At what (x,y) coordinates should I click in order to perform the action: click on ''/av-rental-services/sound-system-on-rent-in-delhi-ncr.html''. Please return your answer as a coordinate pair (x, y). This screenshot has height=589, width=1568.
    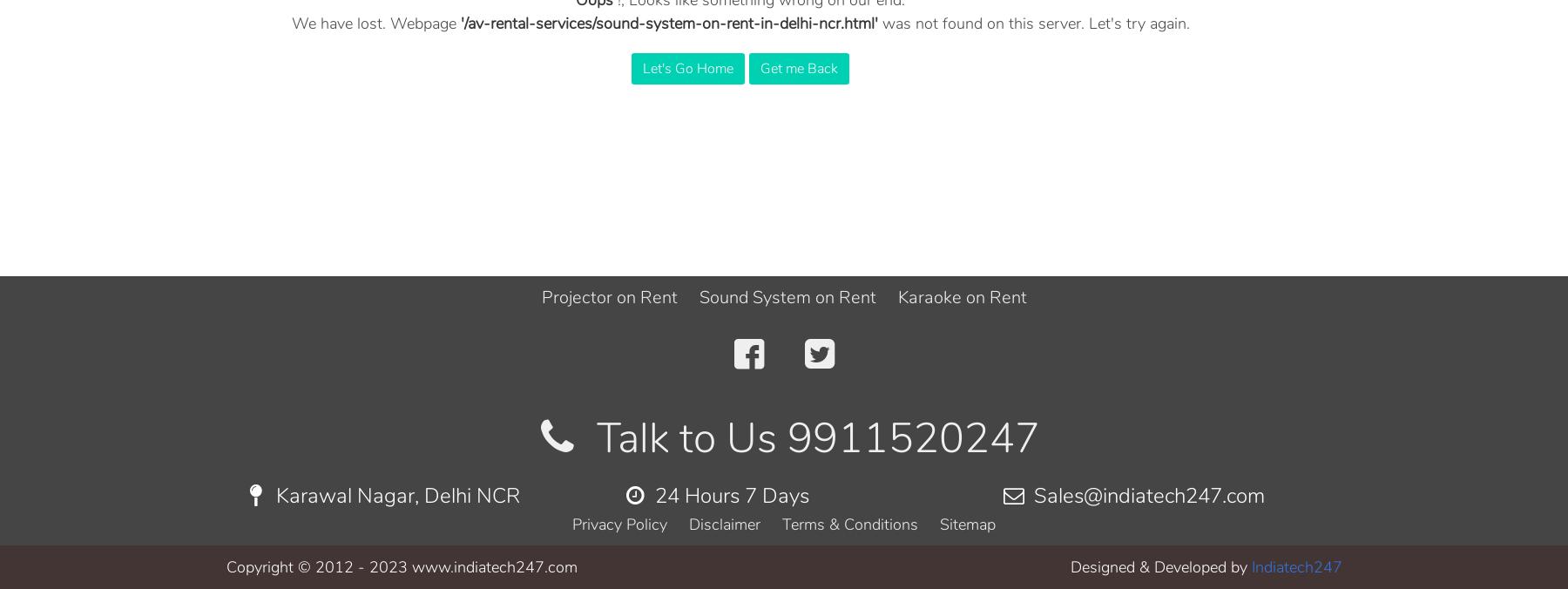
    Looking at the image, I should click on (667, 22).